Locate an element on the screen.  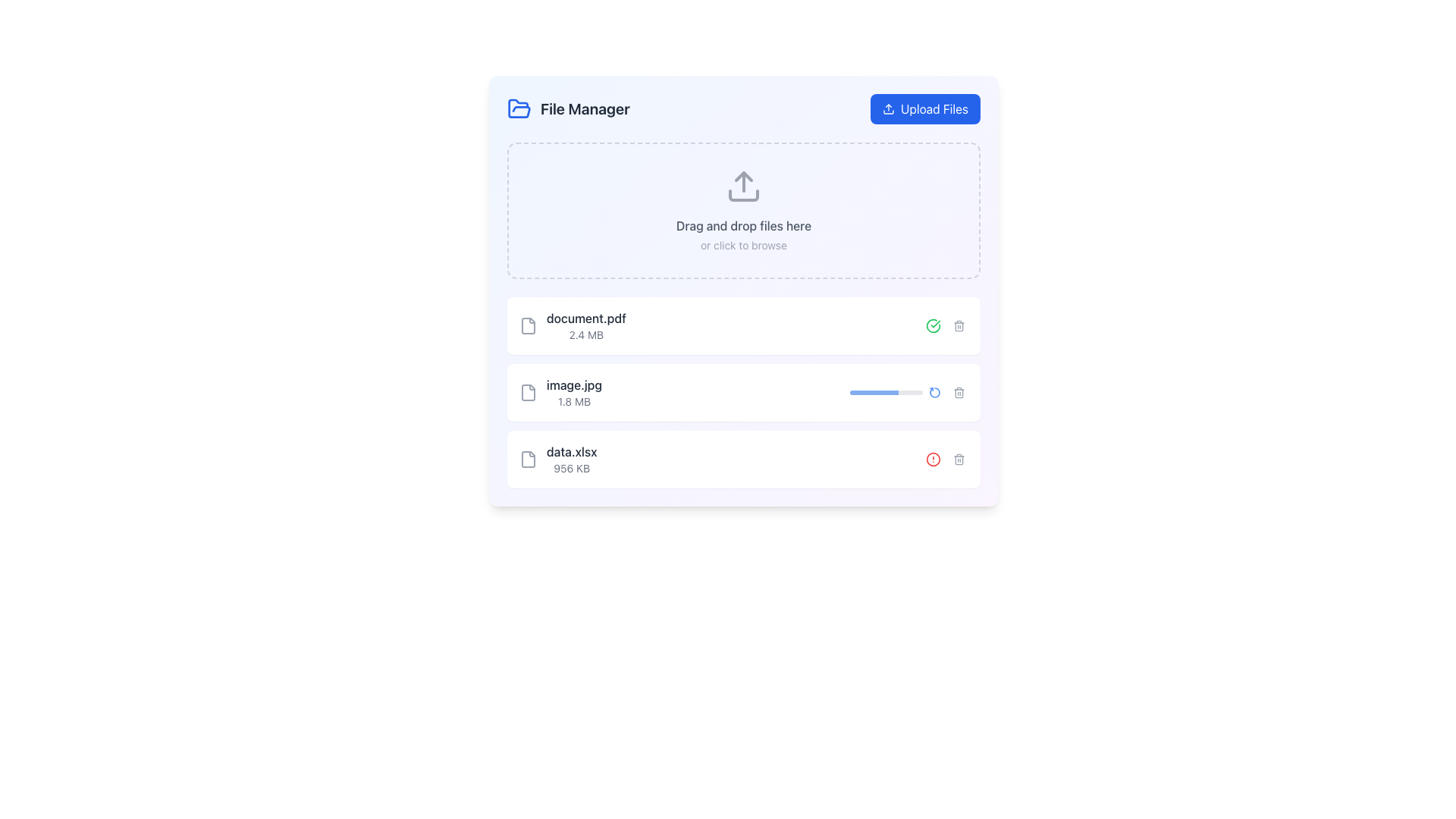
the label displaying the filename in the file manager interface, located in the third row above '956 KB' is located at coordinates (571, 451).